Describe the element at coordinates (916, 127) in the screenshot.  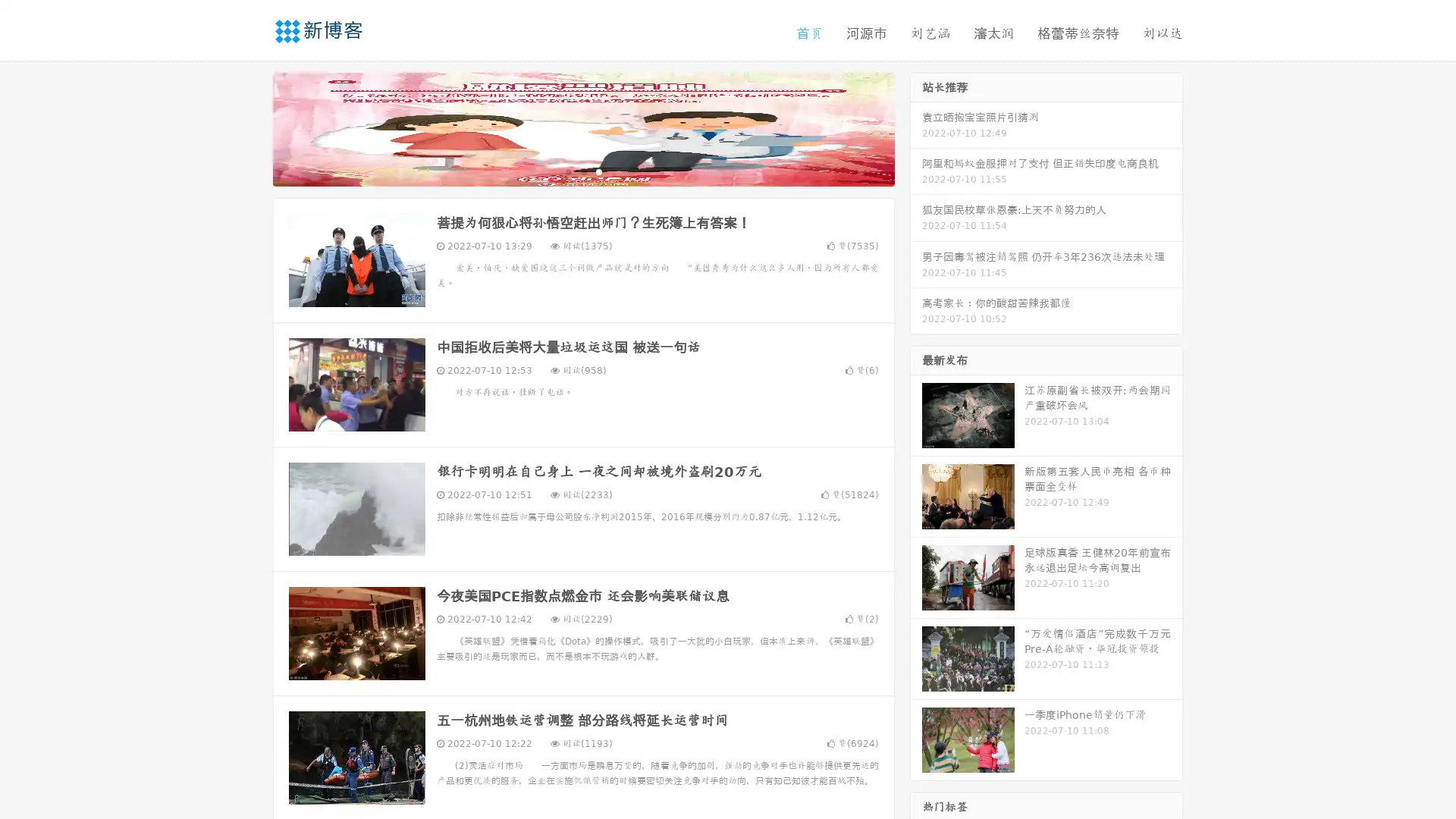
I see `Next slide` at that location.